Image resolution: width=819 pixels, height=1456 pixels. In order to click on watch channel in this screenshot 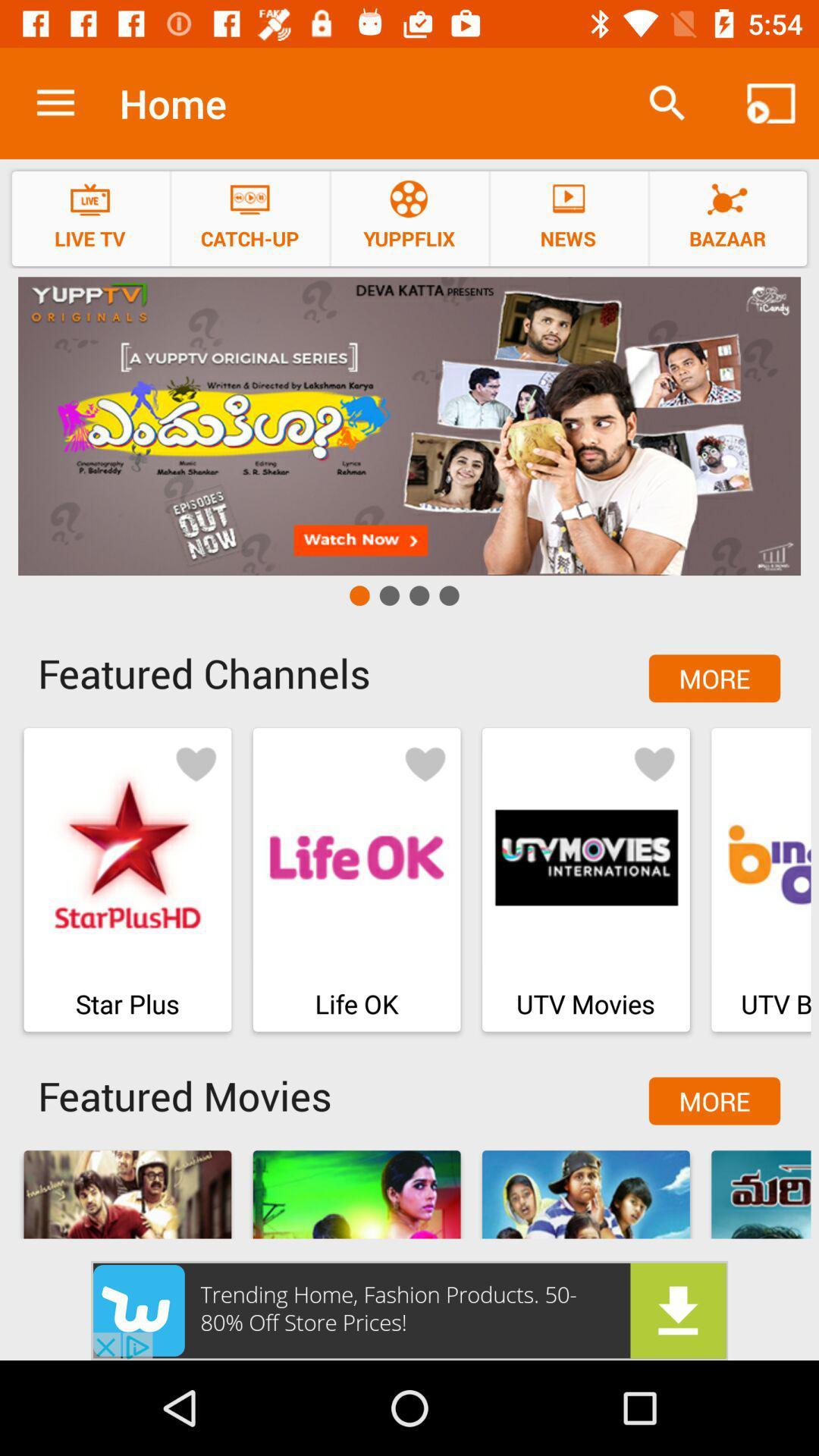, I will do `click(409, 425)`.